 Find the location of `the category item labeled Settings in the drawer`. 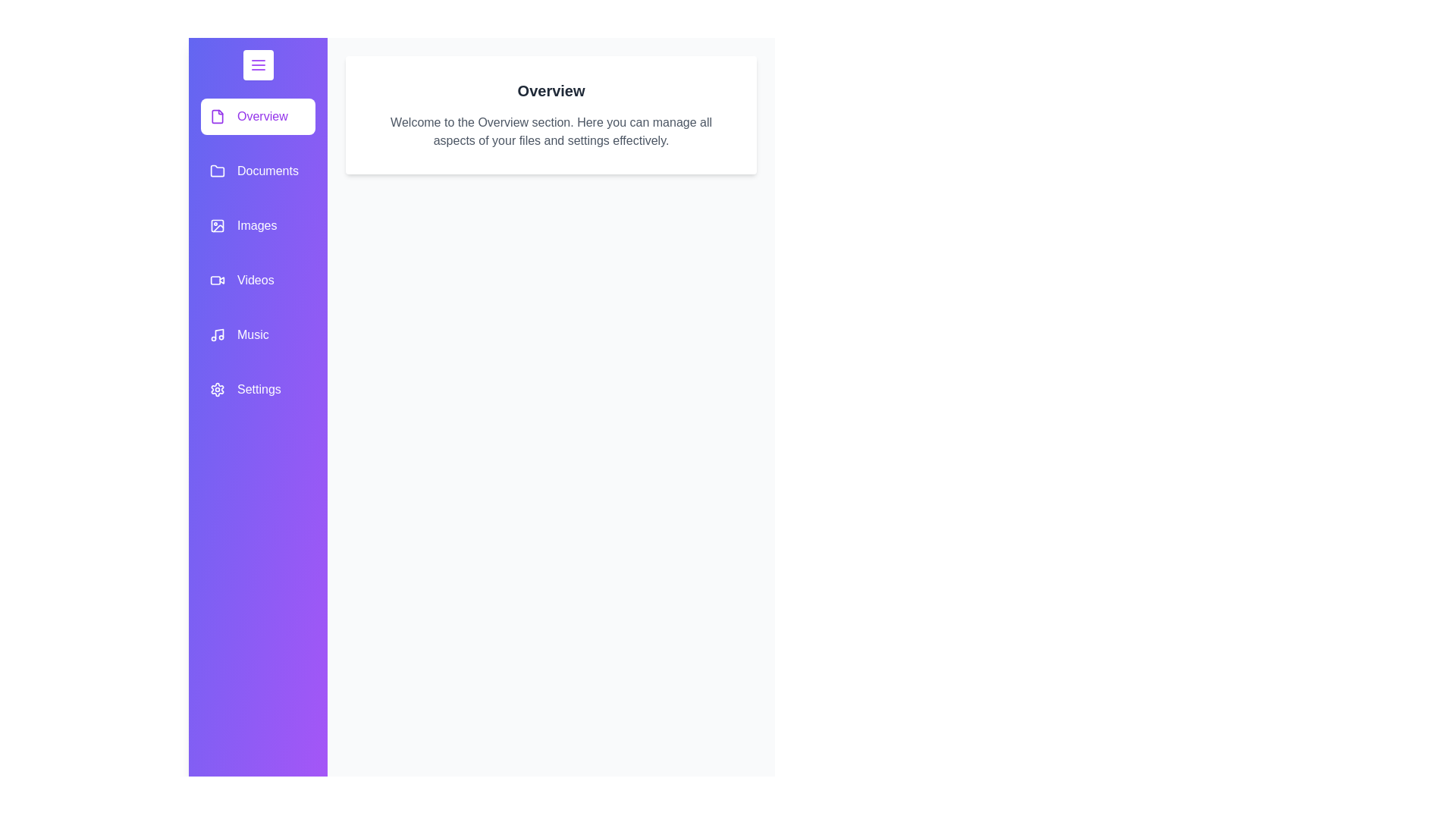

the category item labeled Settings in the drawer is located at coordinates (258, 388).